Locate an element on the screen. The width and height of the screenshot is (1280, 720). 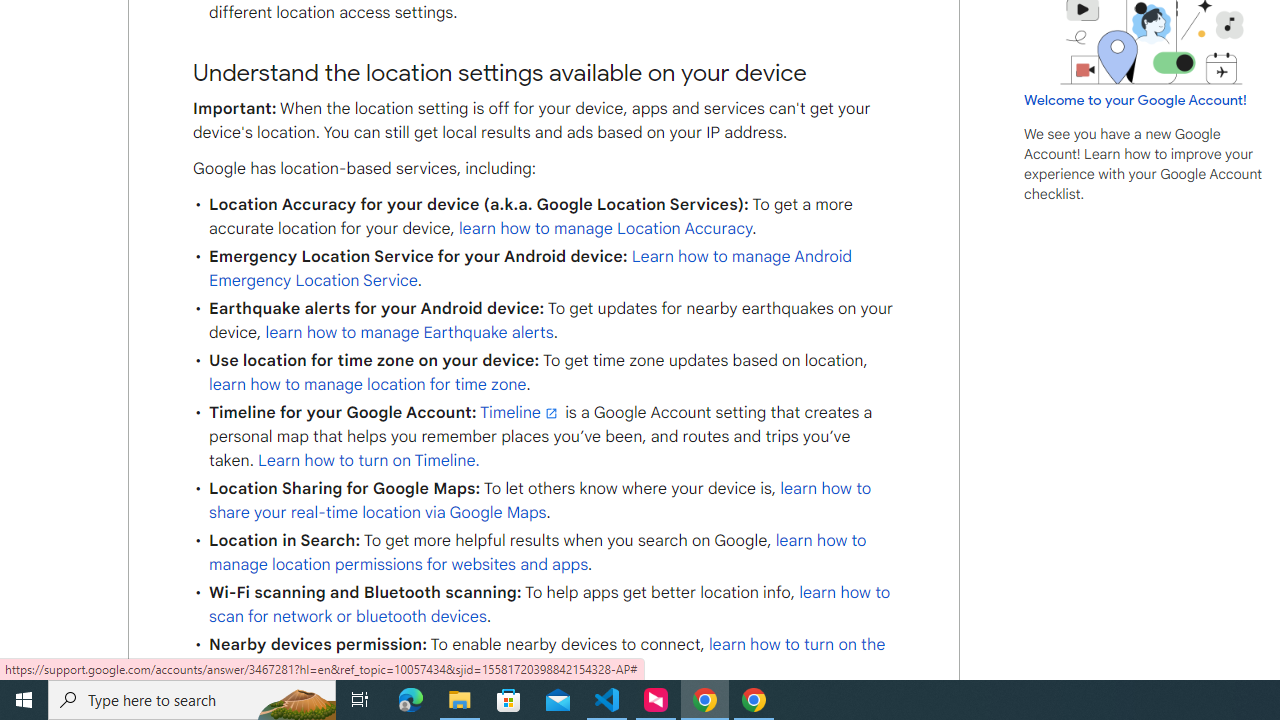
'Learn how to manage Android Emergency Location Service' is located at coordinates (530, 267).